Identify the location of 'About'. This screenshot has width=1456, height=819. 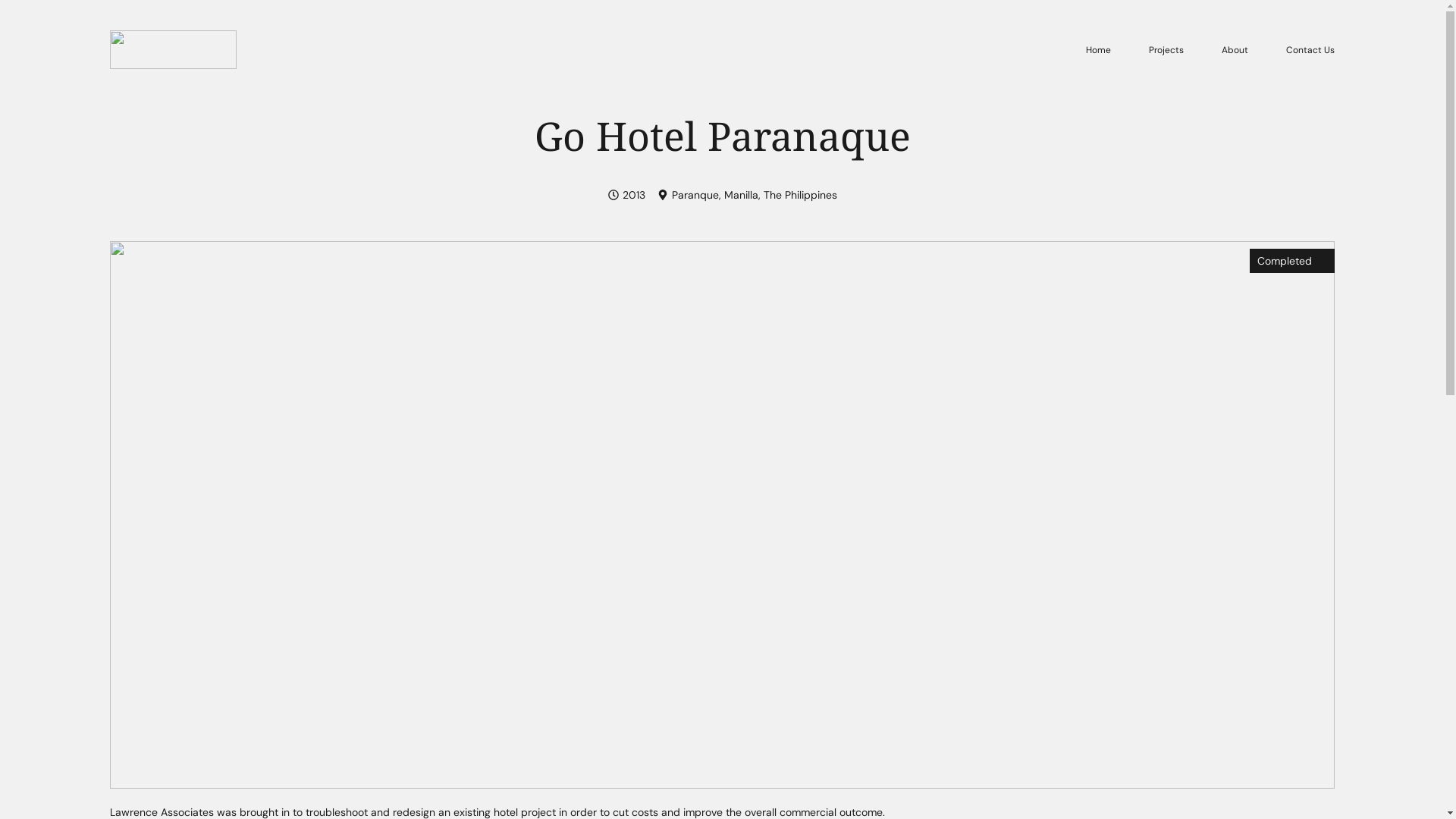
(1235, 49).